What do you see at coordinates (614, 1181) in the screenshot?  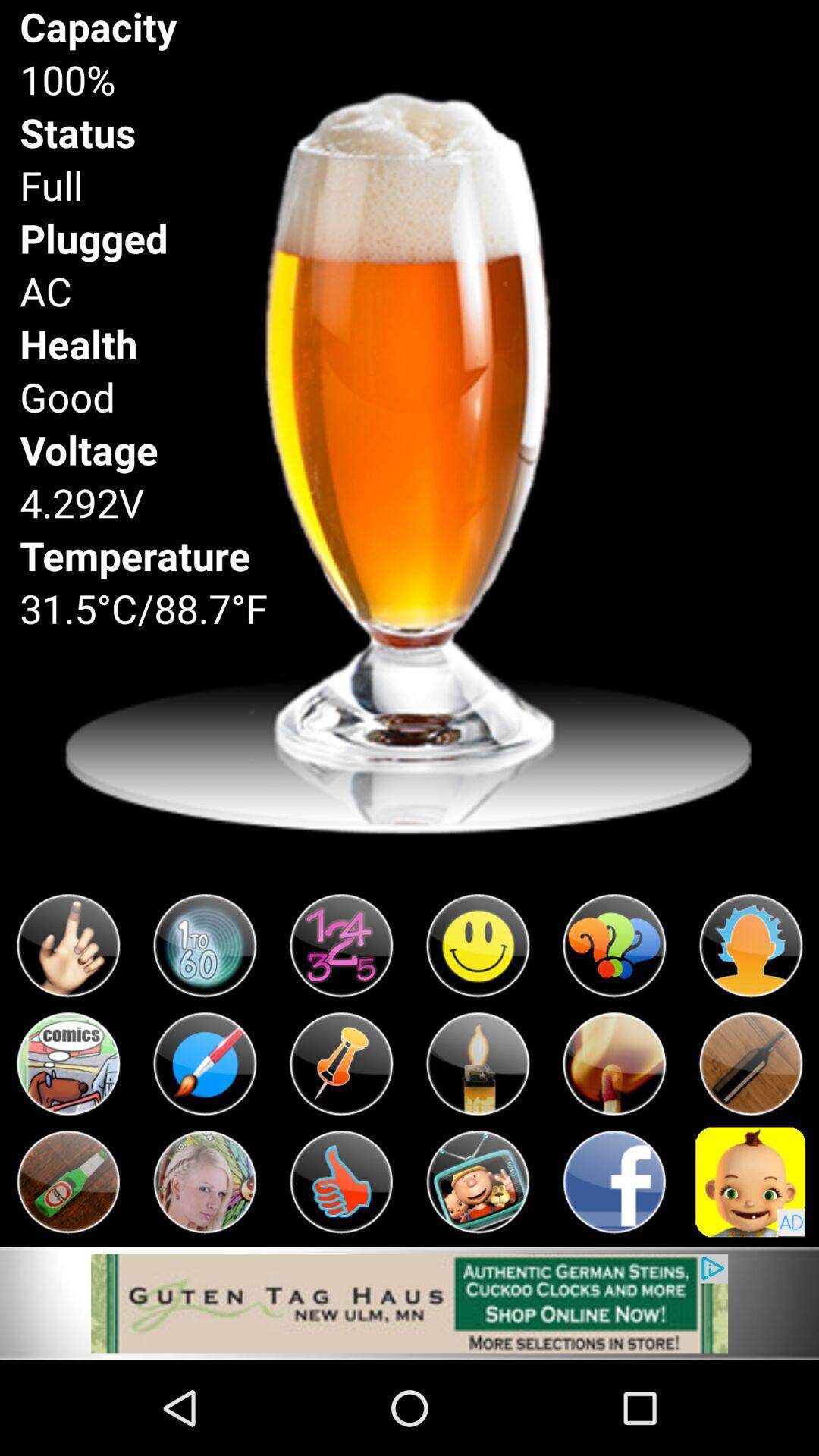 I see `app` at bounding box center [614, 1181].